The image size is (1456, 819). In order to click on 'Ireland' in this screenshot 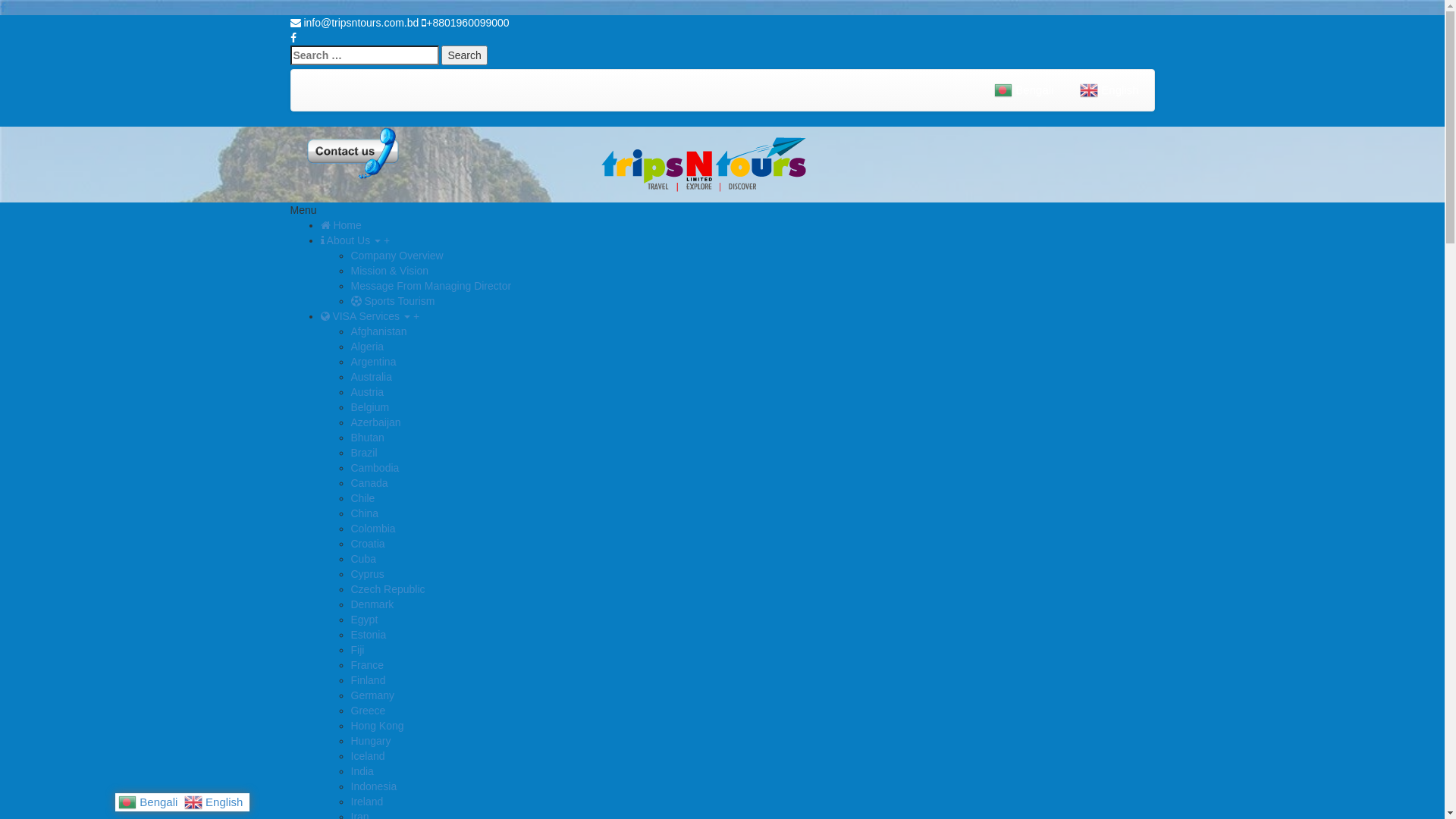, I will do `click(349, 800)`.